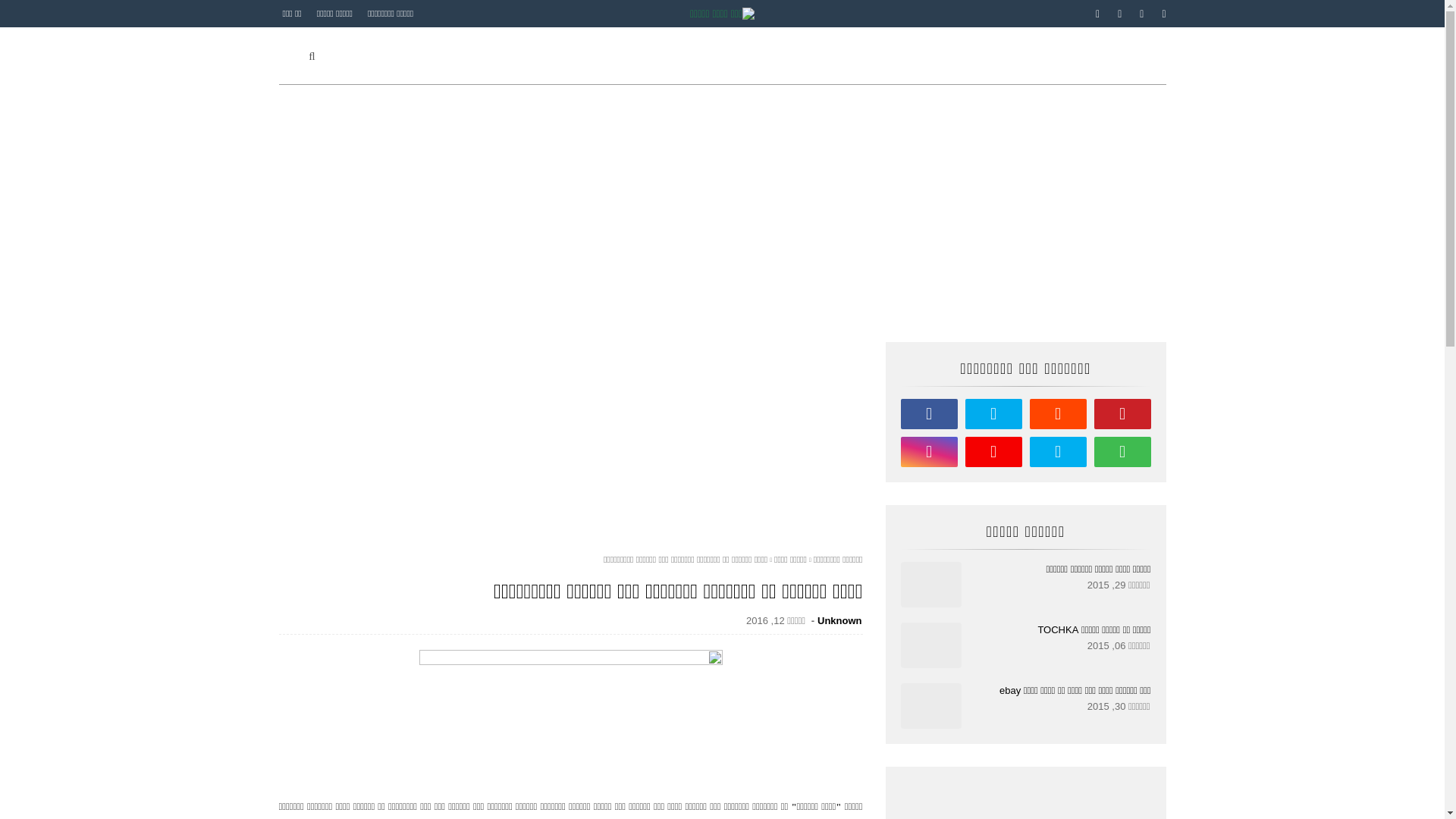 This screenshot has width=1456, height=819. Describe the element at coordinates (1057, 451) in the screenshot. I see `'skype'` at that location.